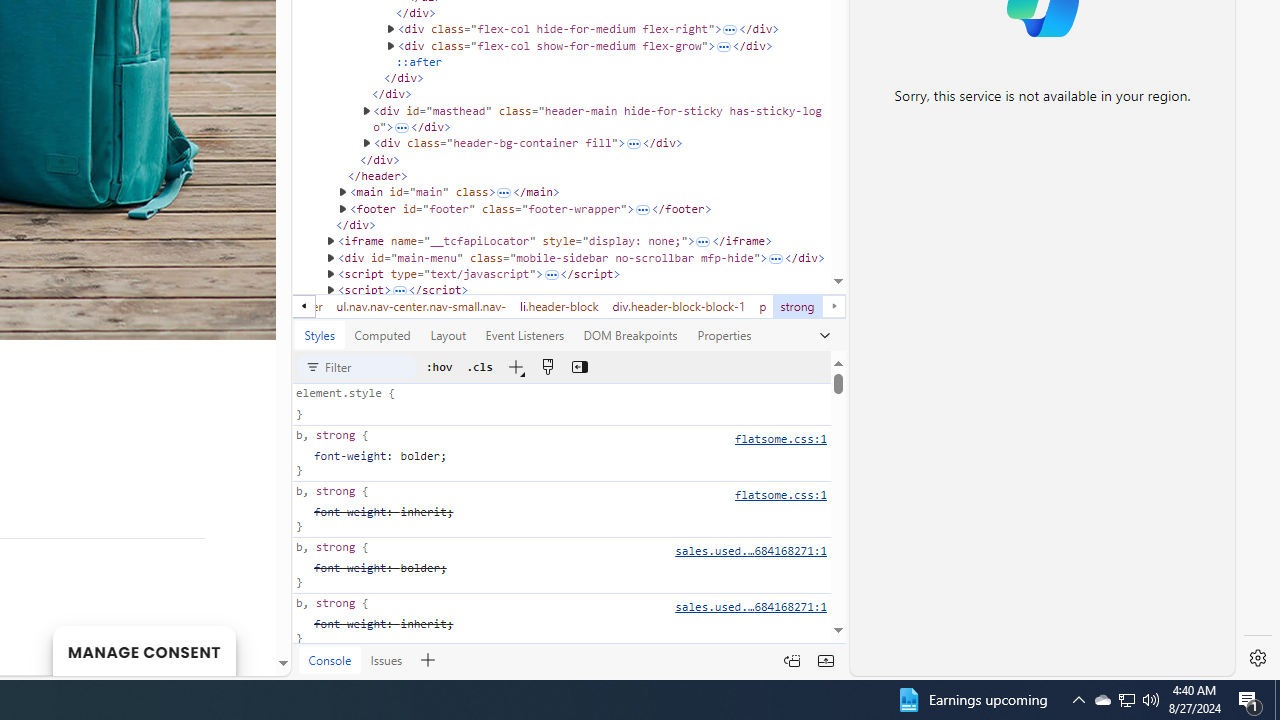 The height and width of the screenshot is (720, 1280). Describe the element at coordinates (524, 334) in the screenshot. I see `'Event Listeners'` at that location.